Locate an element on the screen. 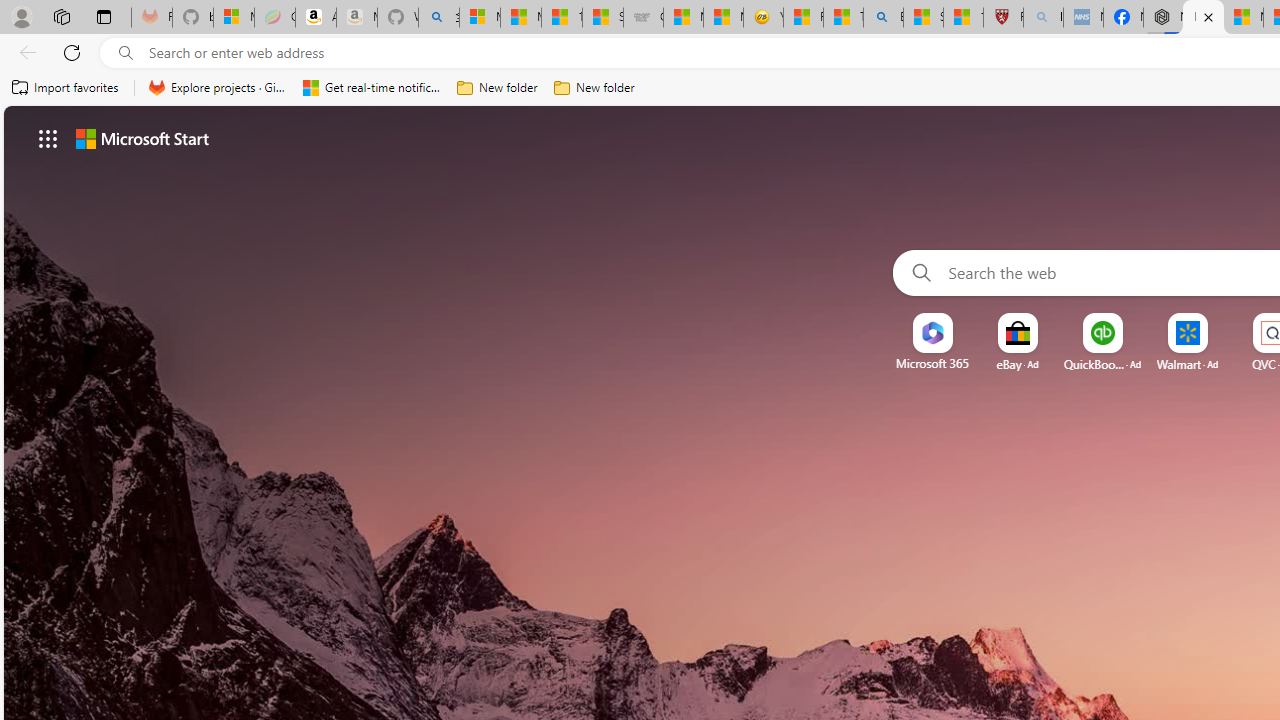  'New folder' is located at coordinates (593, 87).